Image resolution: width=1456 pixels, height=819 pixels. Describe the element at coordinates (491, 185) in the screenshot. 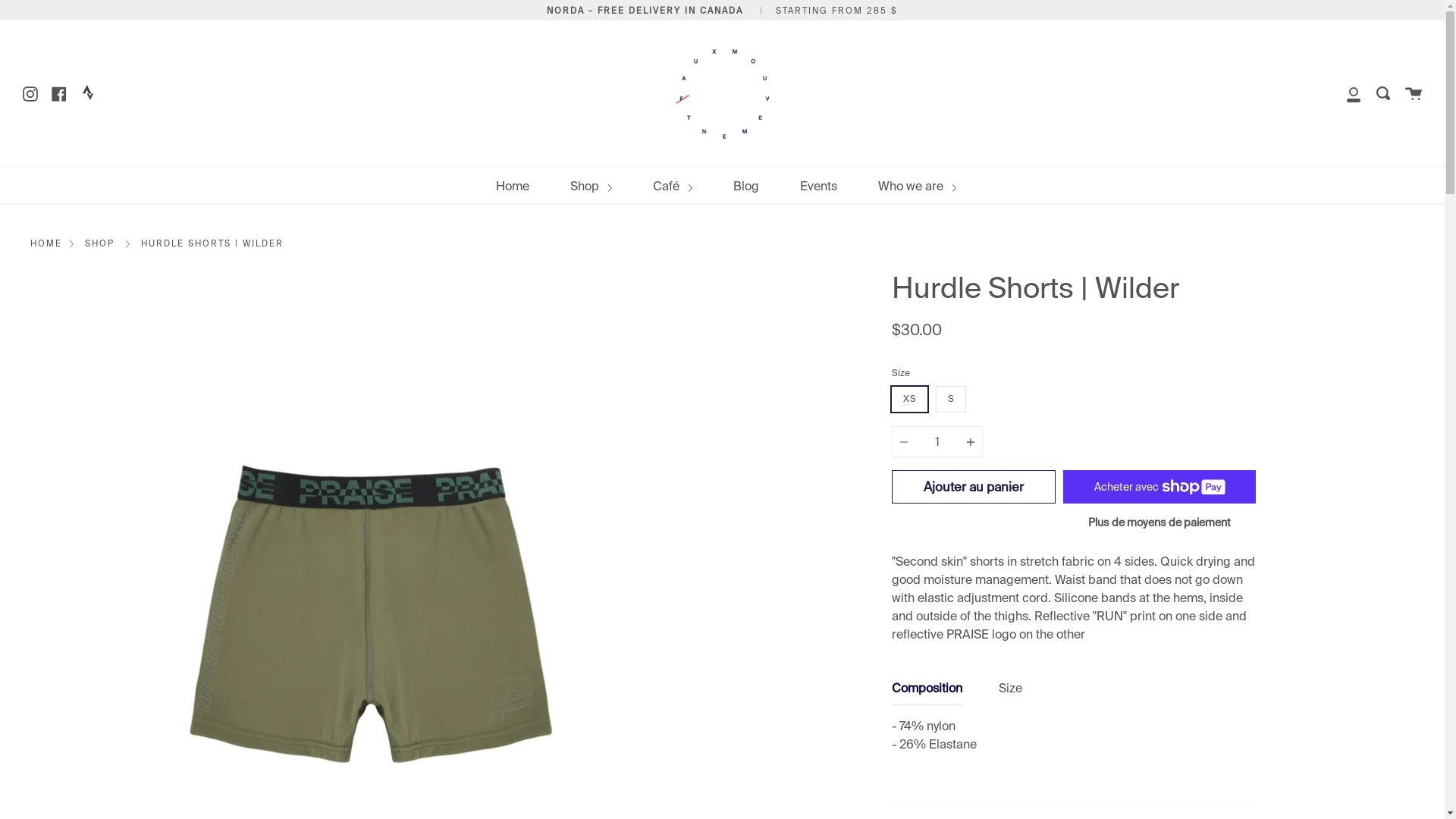

I see `'Home'` at that location.